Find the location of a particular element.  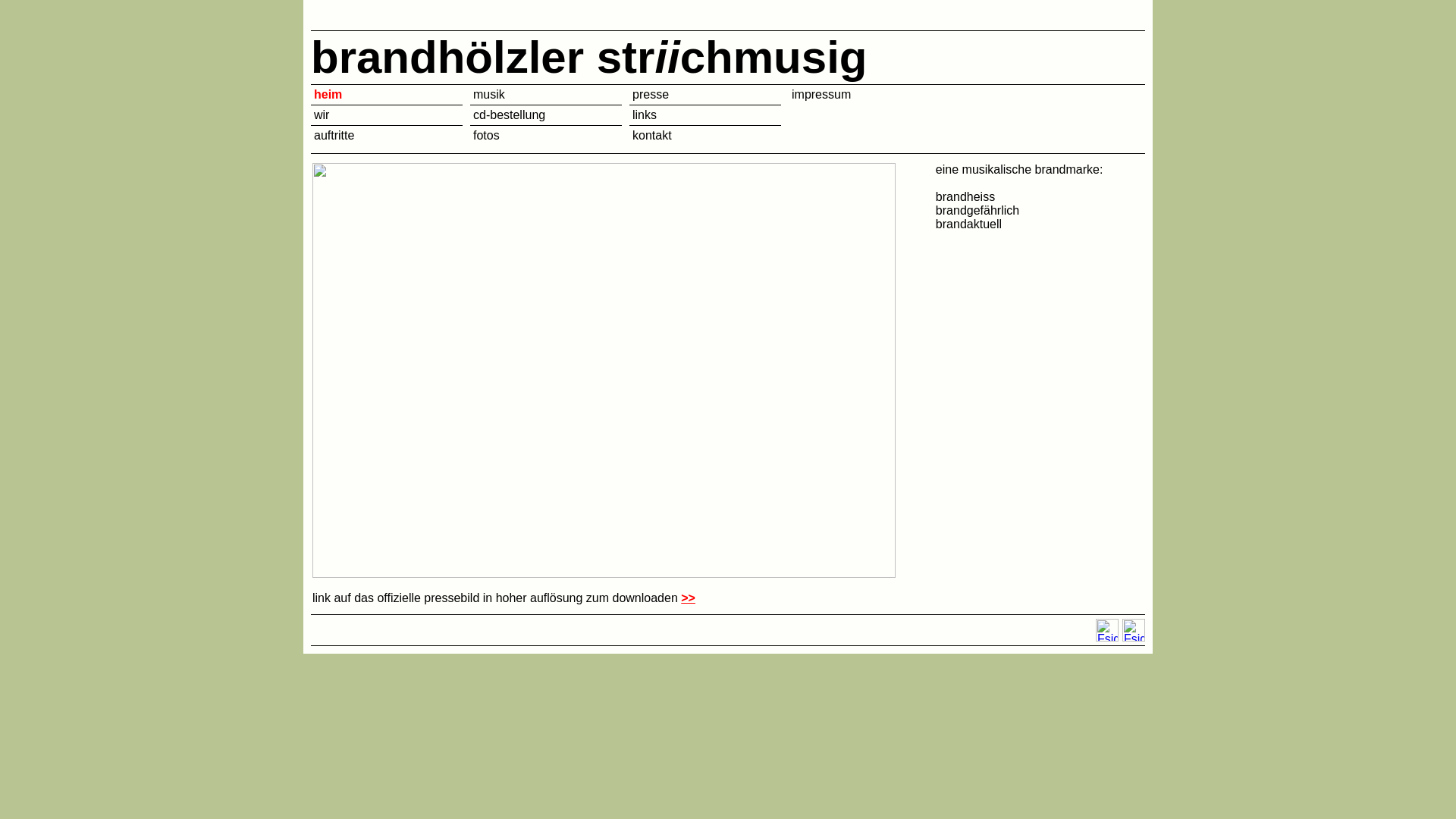

'wir' is located at coordinates (320, 114).